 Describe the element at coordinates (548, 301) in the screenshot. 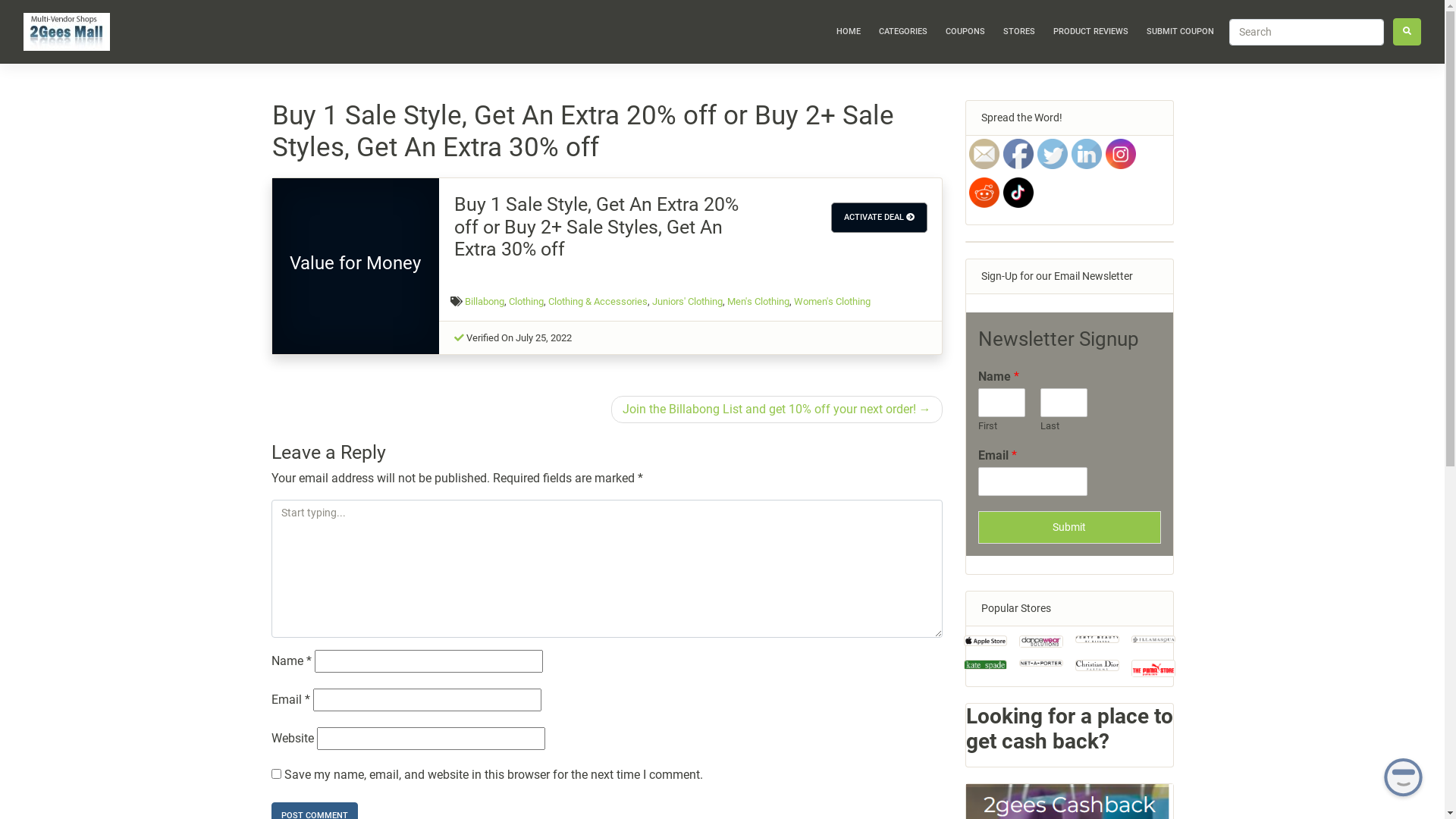

I see `'Clothing & Accessories'` at that location.